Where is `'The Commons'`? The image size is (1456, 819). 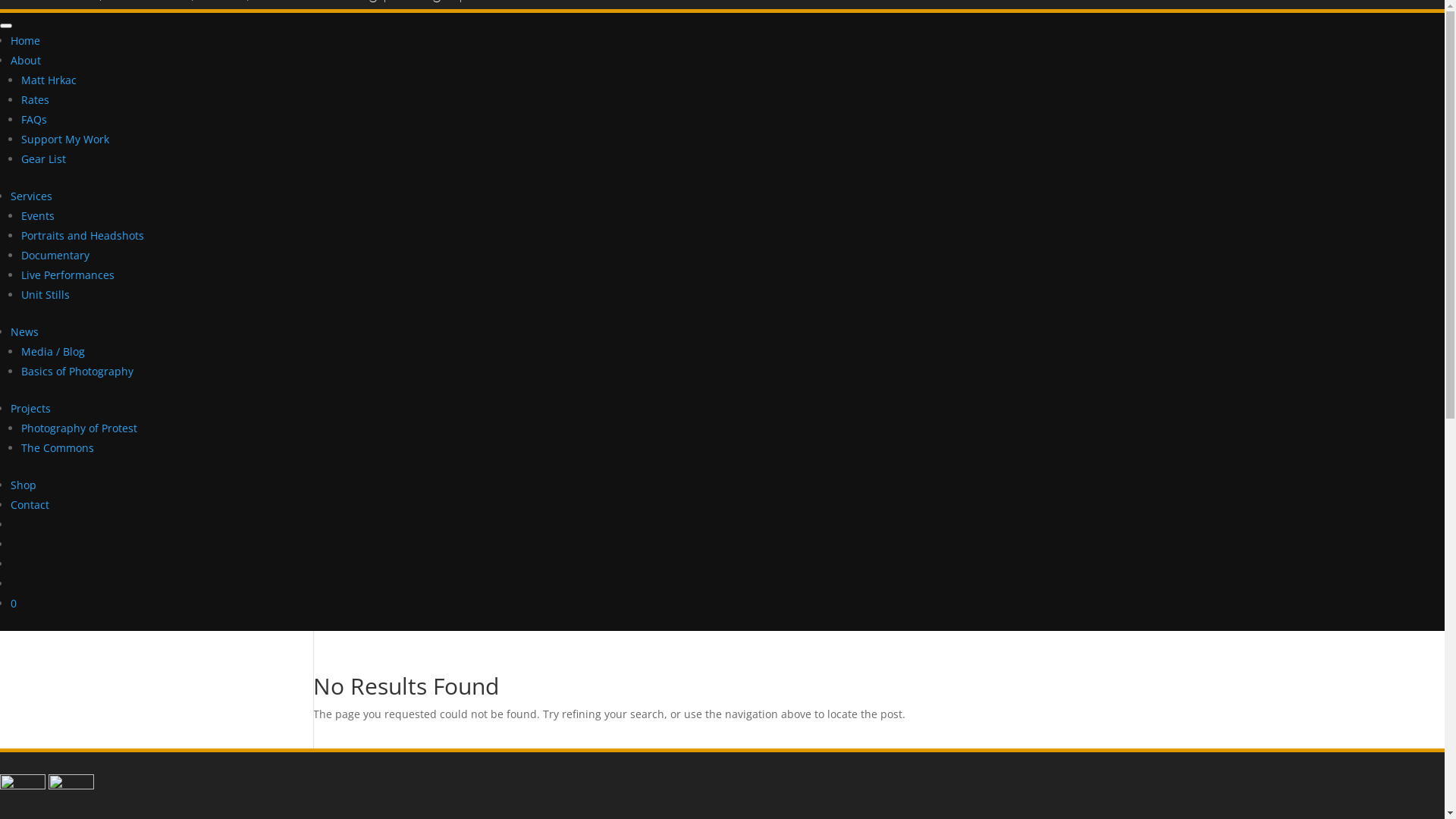 'The Commons' is located at coordinates (58, 447).